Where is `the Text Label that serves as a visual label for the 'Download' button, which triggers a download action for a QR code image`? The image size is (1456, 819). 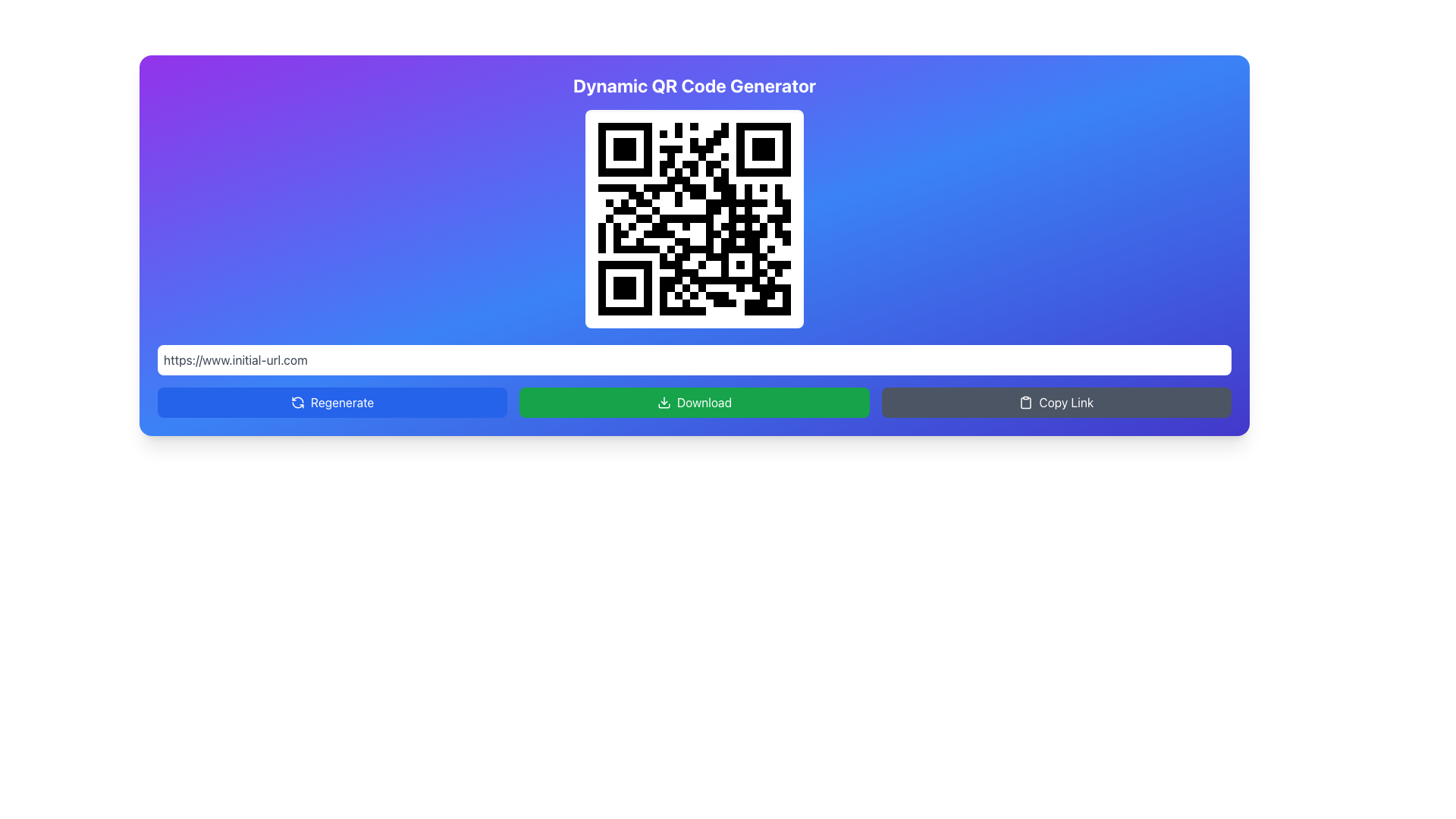 the Text Label that serves as a visual label for the 'Download' button, which triggers a download action for a QR code image is located at coordinates (703, 402).